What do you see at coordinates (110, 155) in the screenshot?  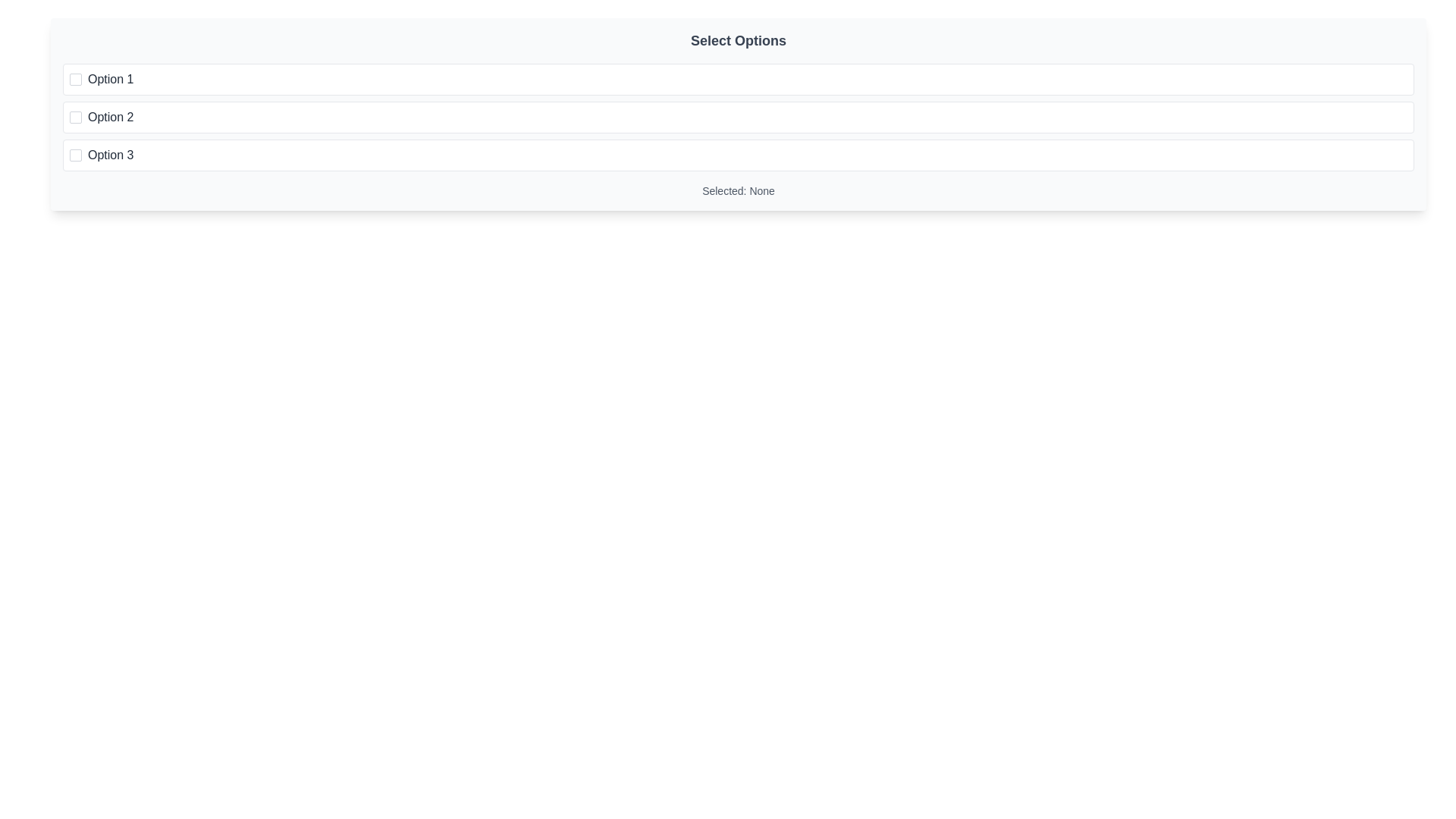 I see `the 'Option 3' label` at bounding box center [110, 155].